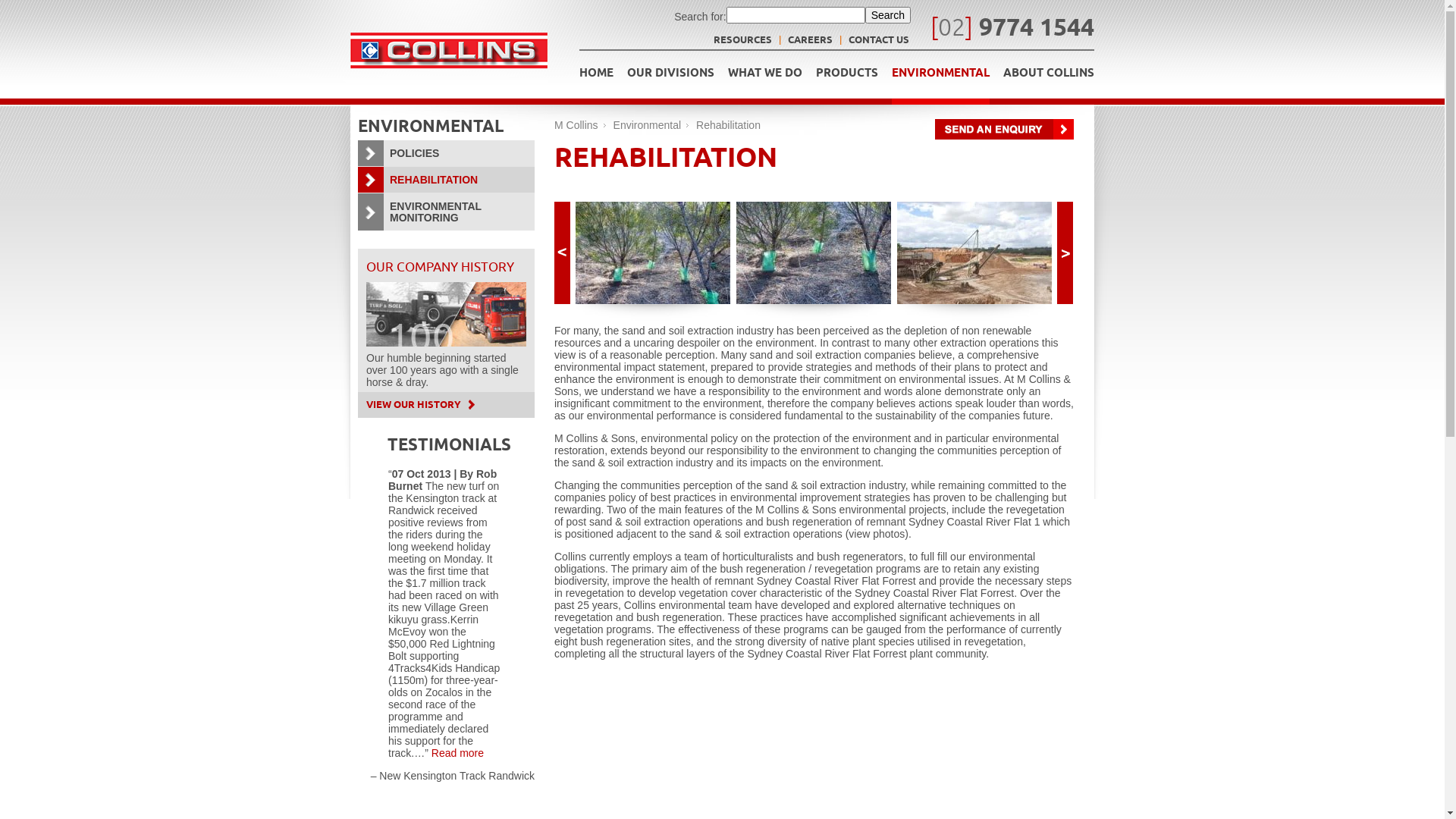  Describe the element at coordinates (846, 77) in the screenshot. I see `'PRODUCTS'` at that location.